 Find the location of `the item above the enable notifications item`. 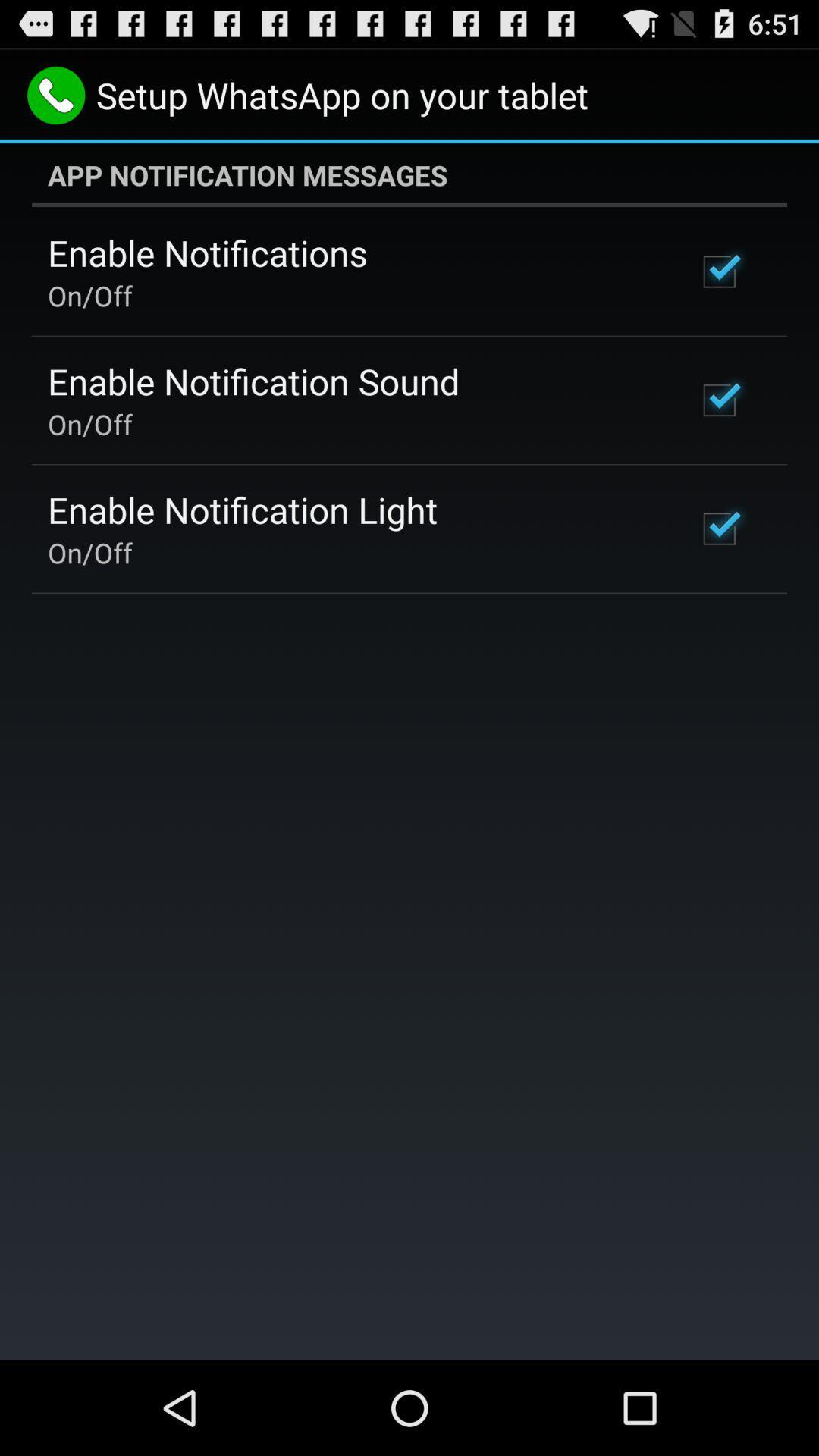

the item above the enable notifications item is located at coordinates (409, 174).